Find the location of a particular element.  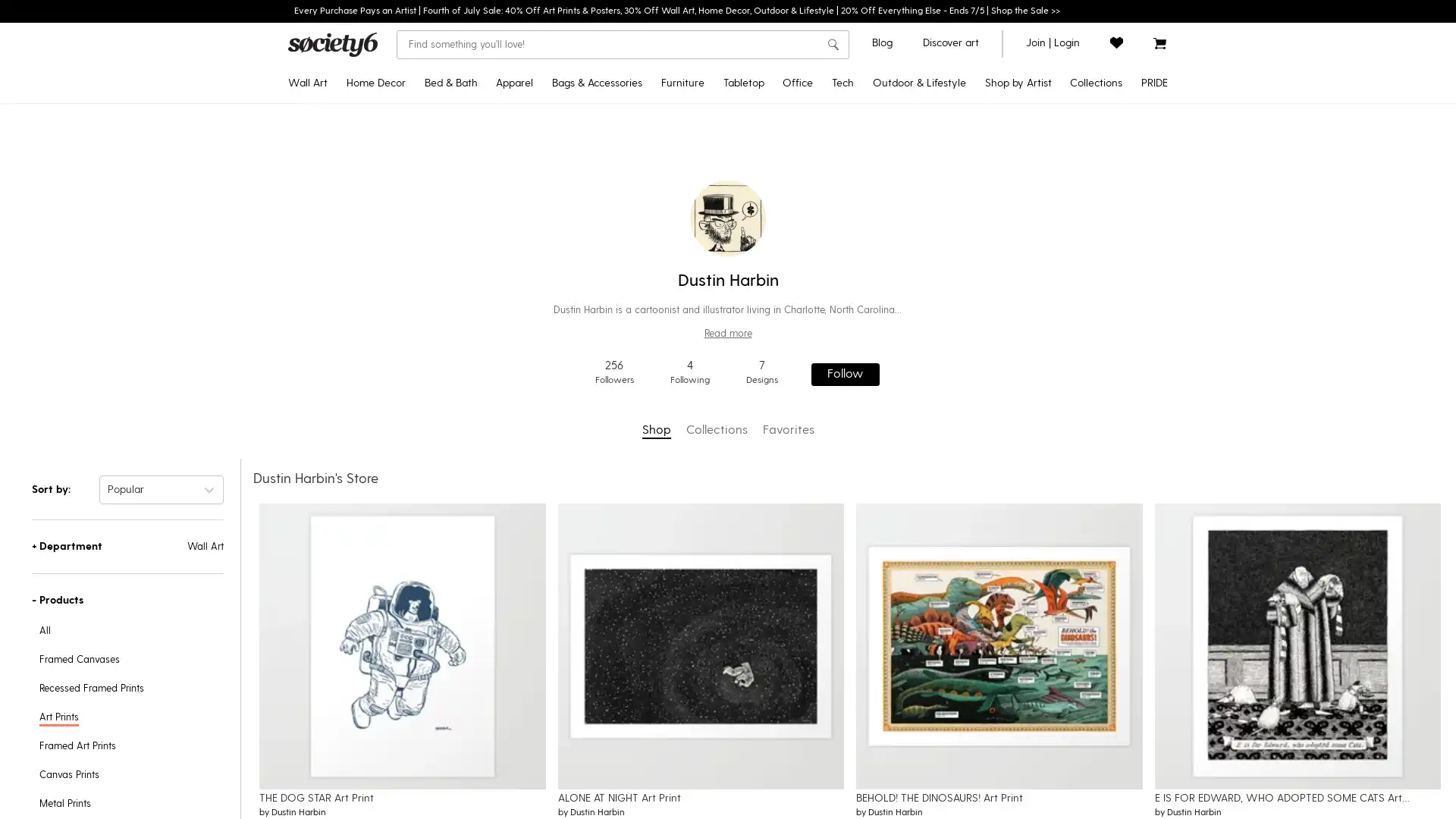

Makeup Bags is located at coordinates (607, 268).